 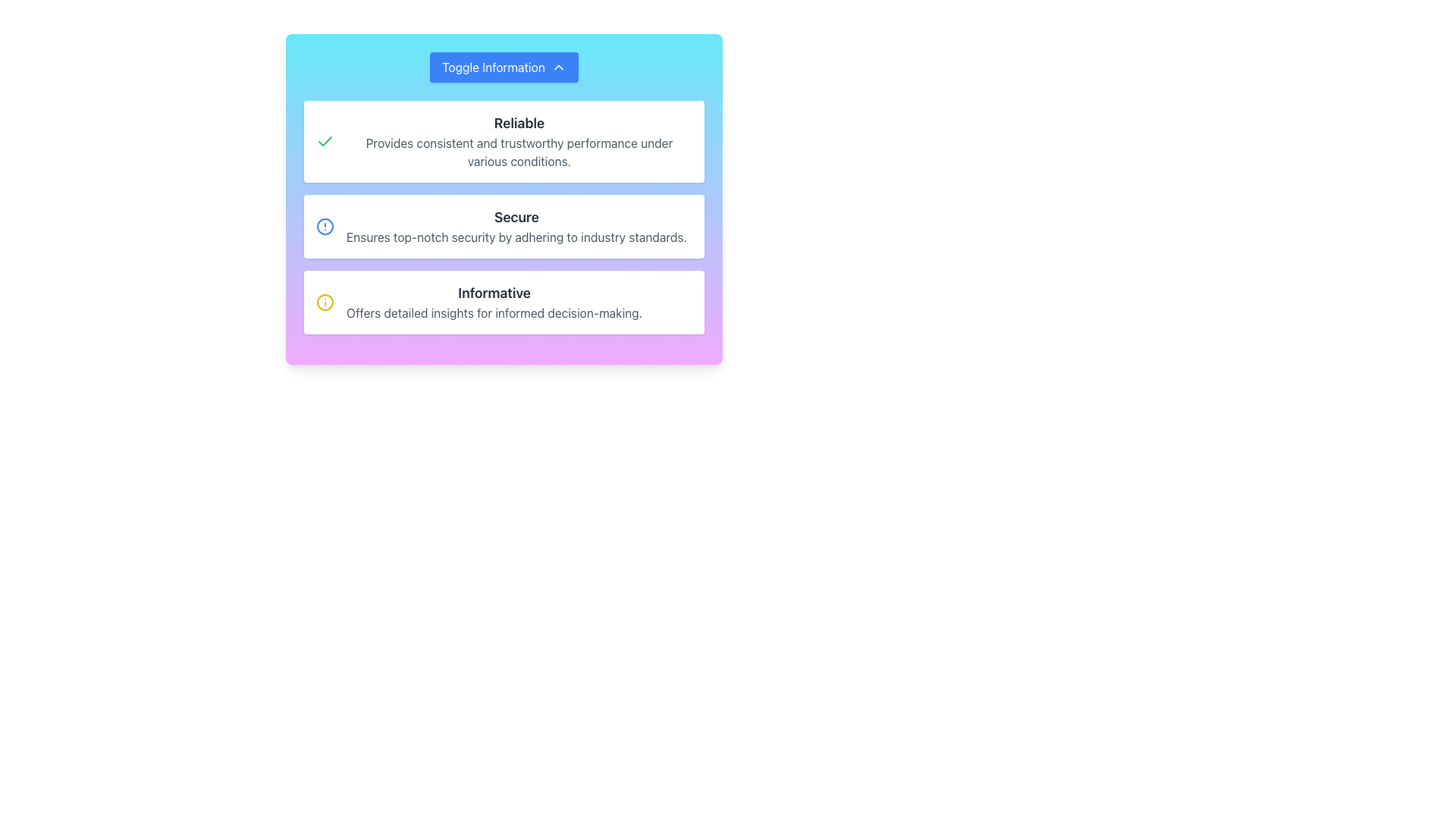 I want to click on descriptive label 'Reliable' along with its explanation 'Provides consistent and trustworthy performance under various conditions.' from the top section of the text block in the vertically stacked list, so click(x=519, y=141).